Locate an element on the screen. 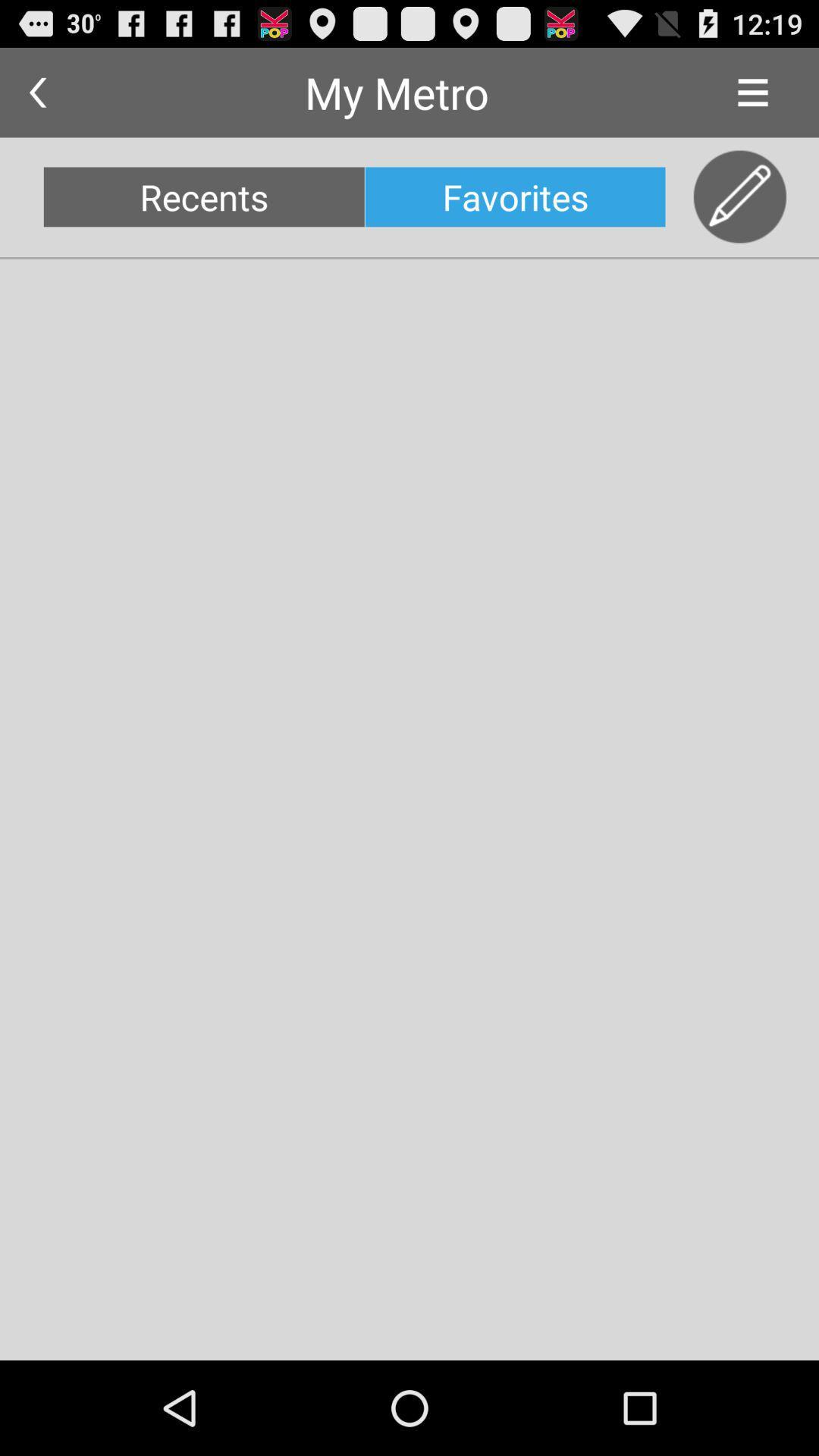 The image size is (819, 1456). icon next to the my metro item is located at coordinates (752, 92).